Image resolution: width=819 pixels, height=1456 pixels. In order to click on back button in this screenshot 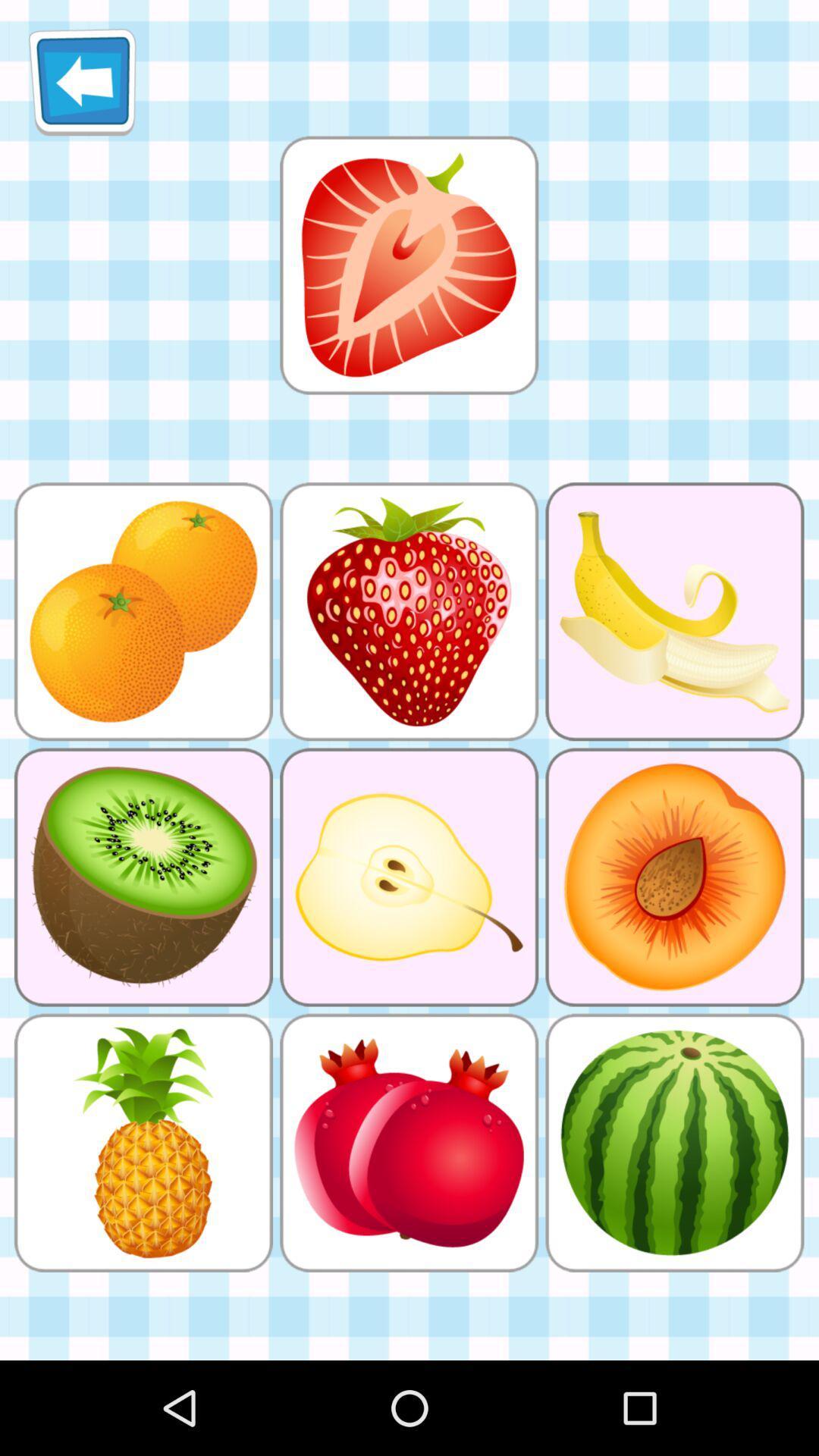, I will do `click(82, 81)`.